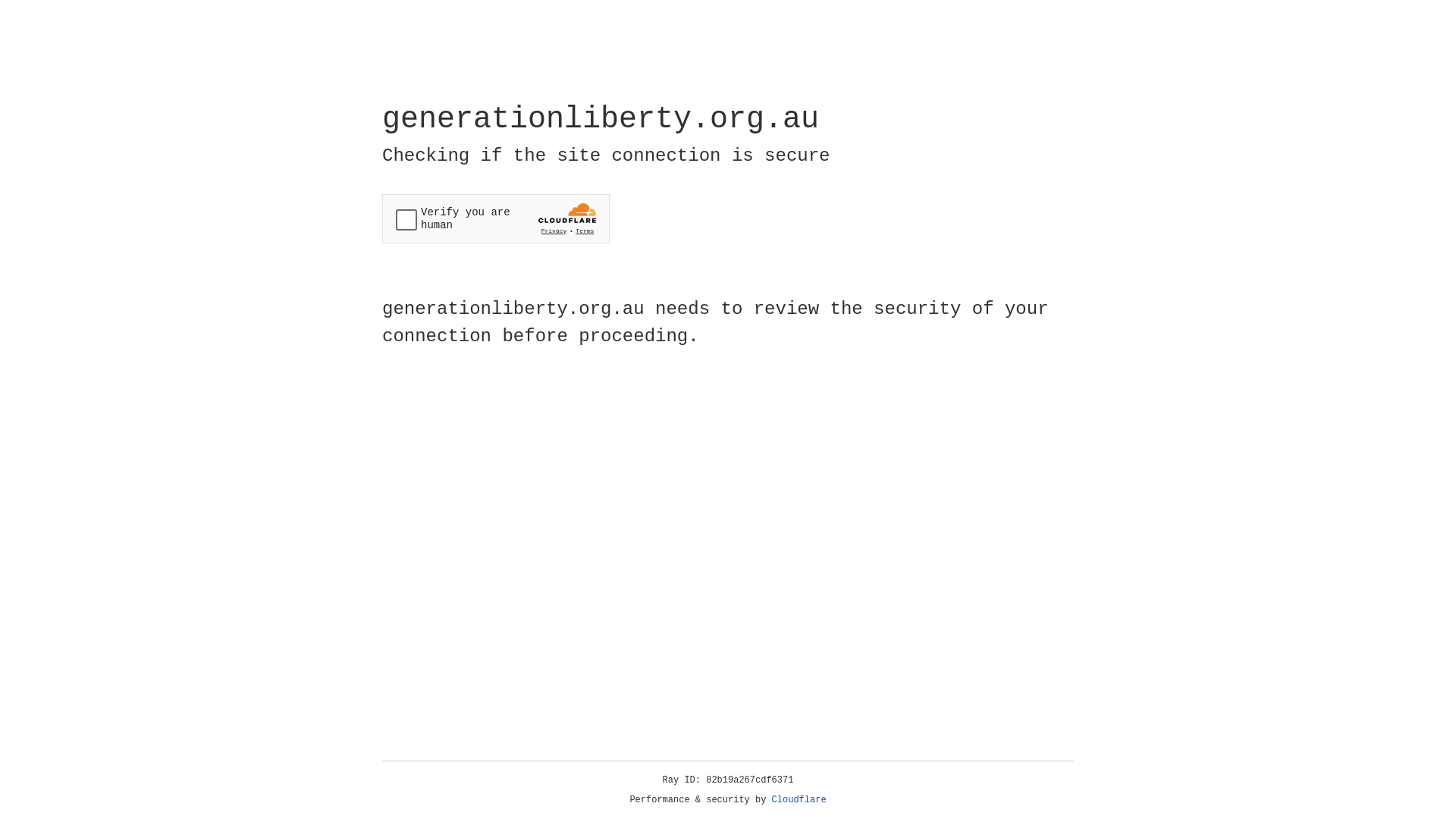 The height and width of the screenshot is (819, 1456). I want to click on 'Widget containing a Cloudflare security challenge', so click(495, 218).